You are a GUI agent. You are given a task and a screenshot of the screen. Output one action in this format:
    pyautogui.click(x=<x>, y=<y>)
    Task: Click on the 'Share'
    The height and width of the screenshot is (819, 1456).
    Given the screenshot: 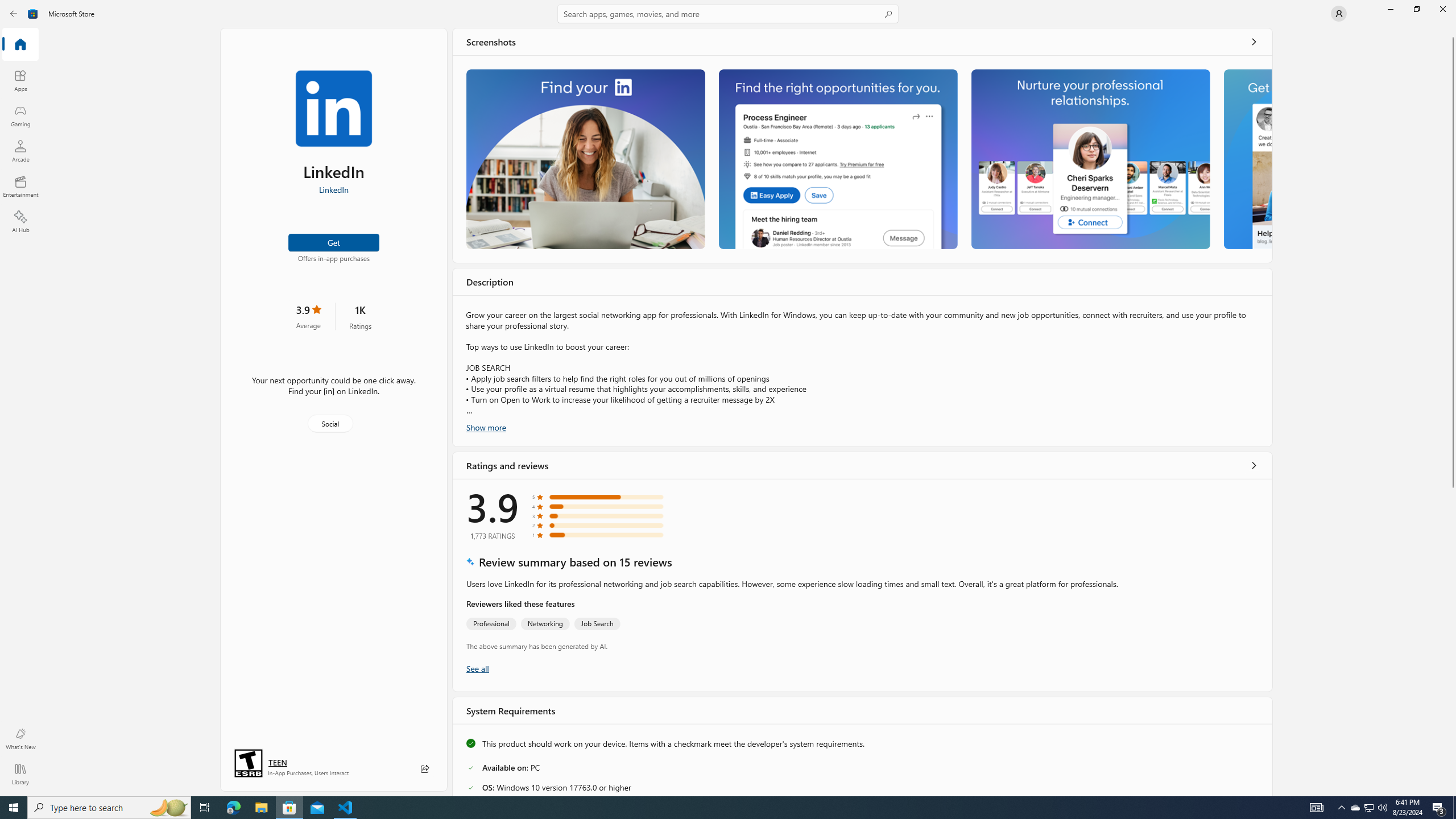 What is the action you would take?
    pyautogui.click(x=424, y=768)
    